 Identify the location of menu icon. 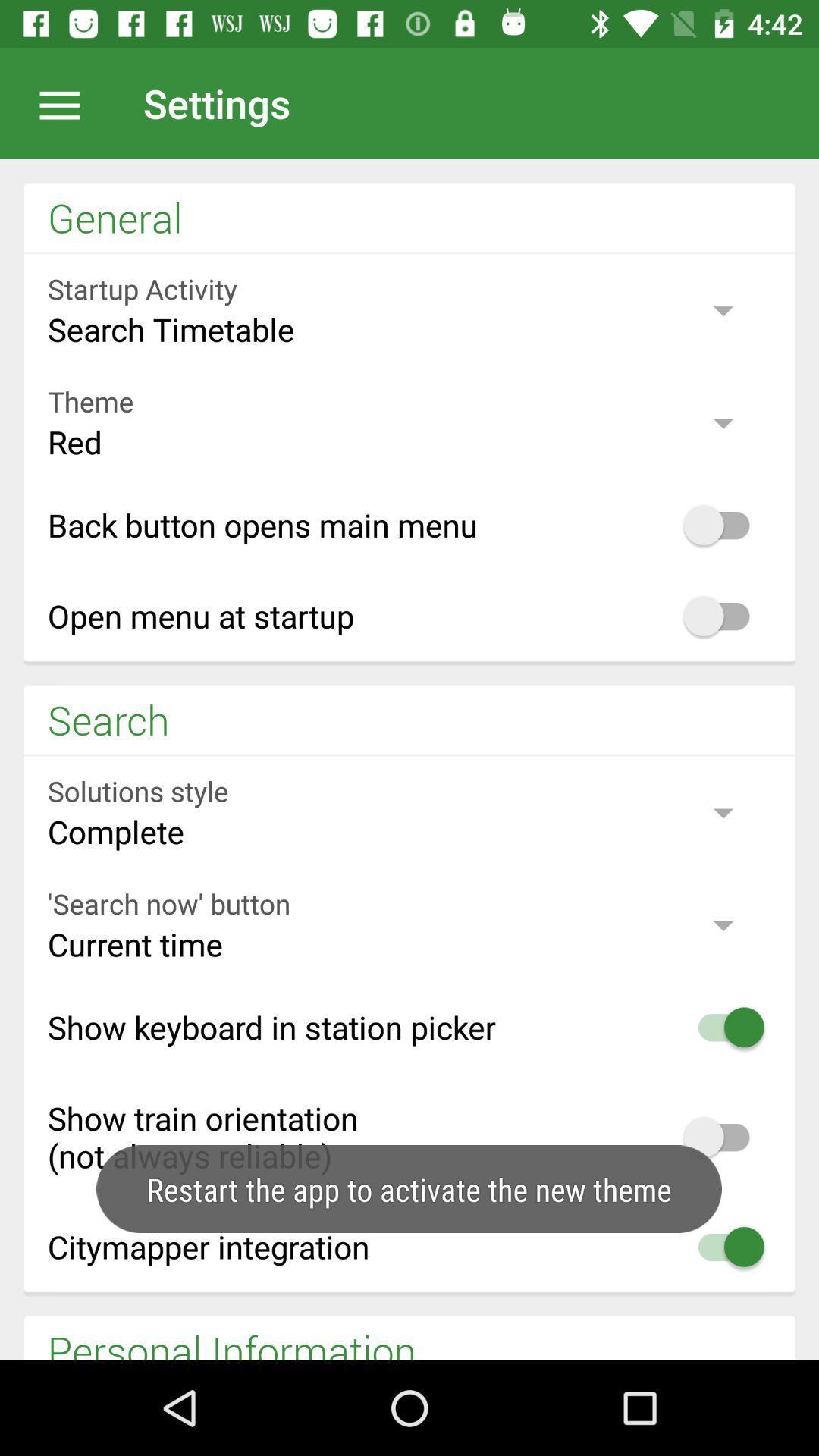
(67, 102).